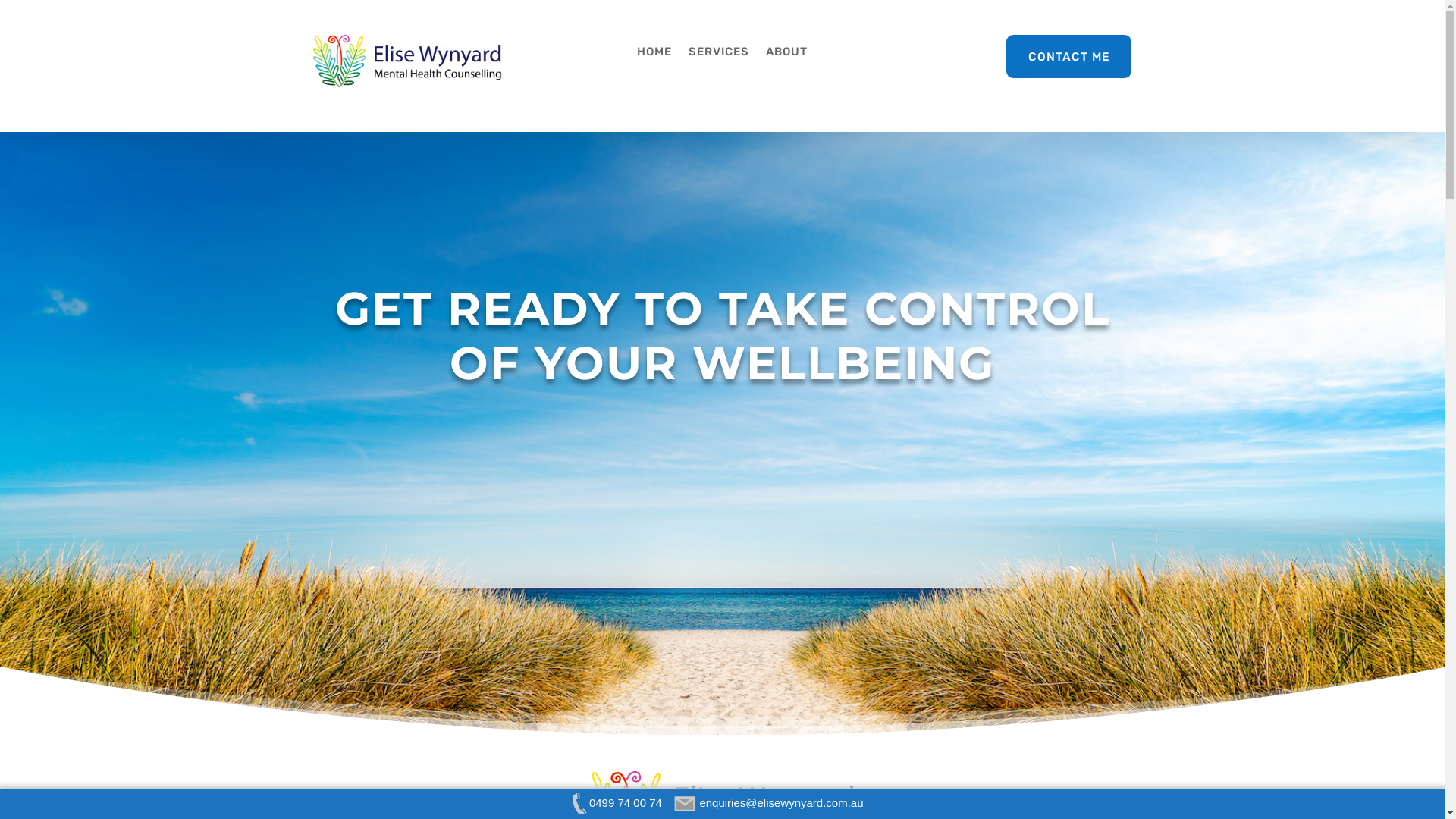 This screenshot has width=1456, height=819. What do you see at coordinates (786, 54) in the screenshot?
I see `'ABOUT'` at bounding box center [786, 54].